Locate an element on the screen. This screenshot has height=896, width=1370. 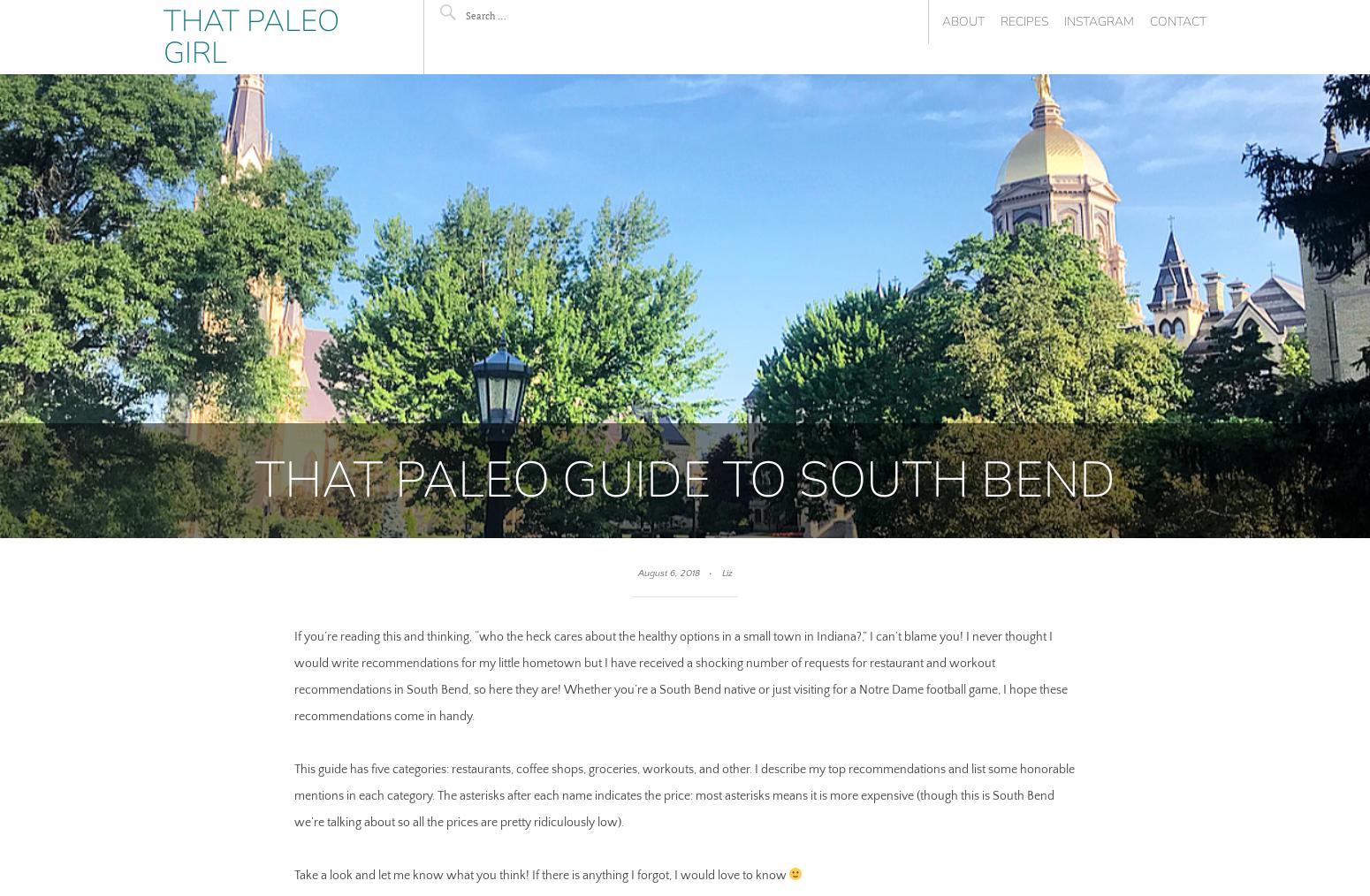
'That Paleo Girl' is located at coordinates (163, 35).